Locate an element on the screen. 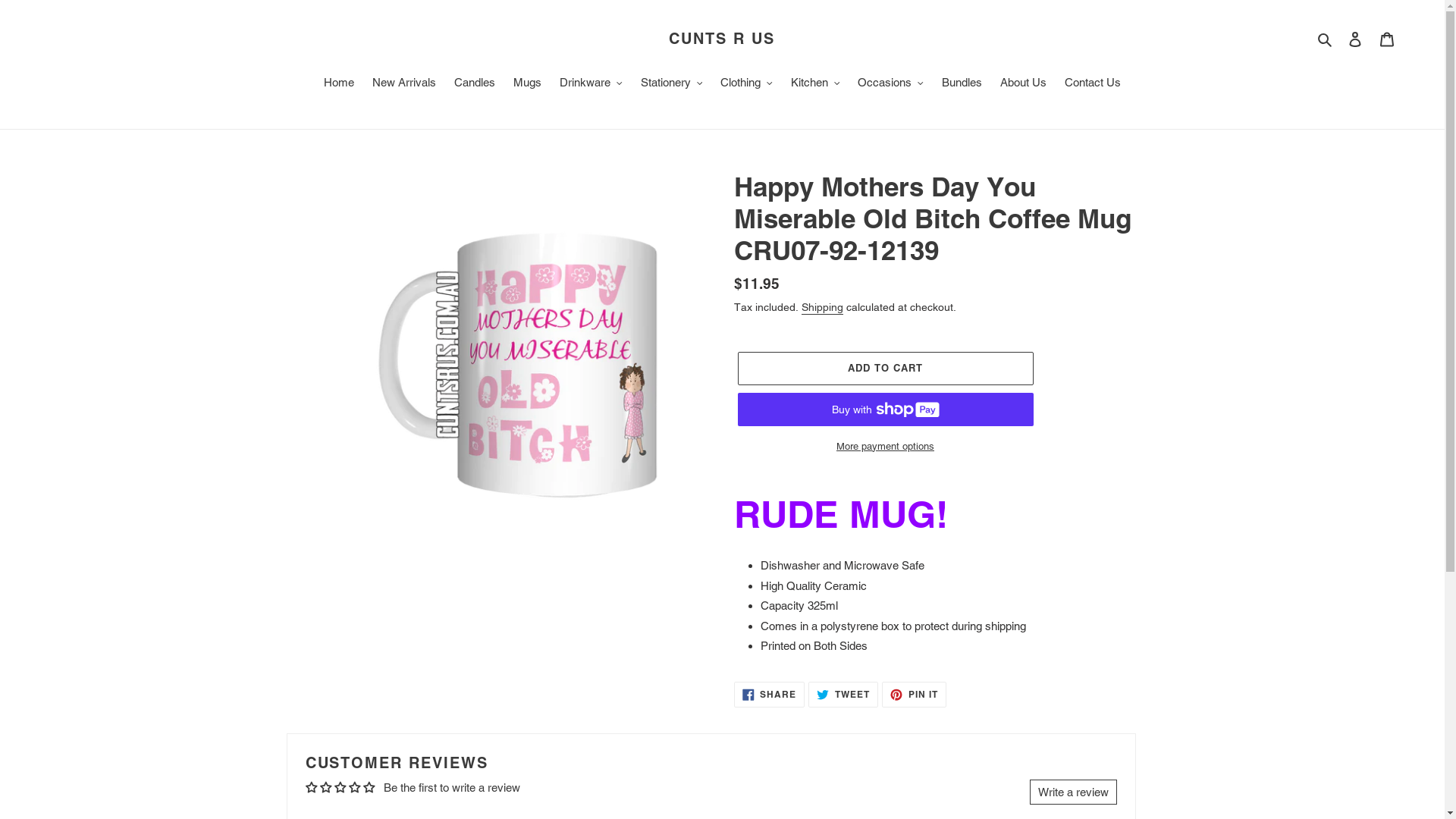 The height and width of the screenshot is (819, 1456). 'Clothing' is located at coordinates (746, 84).